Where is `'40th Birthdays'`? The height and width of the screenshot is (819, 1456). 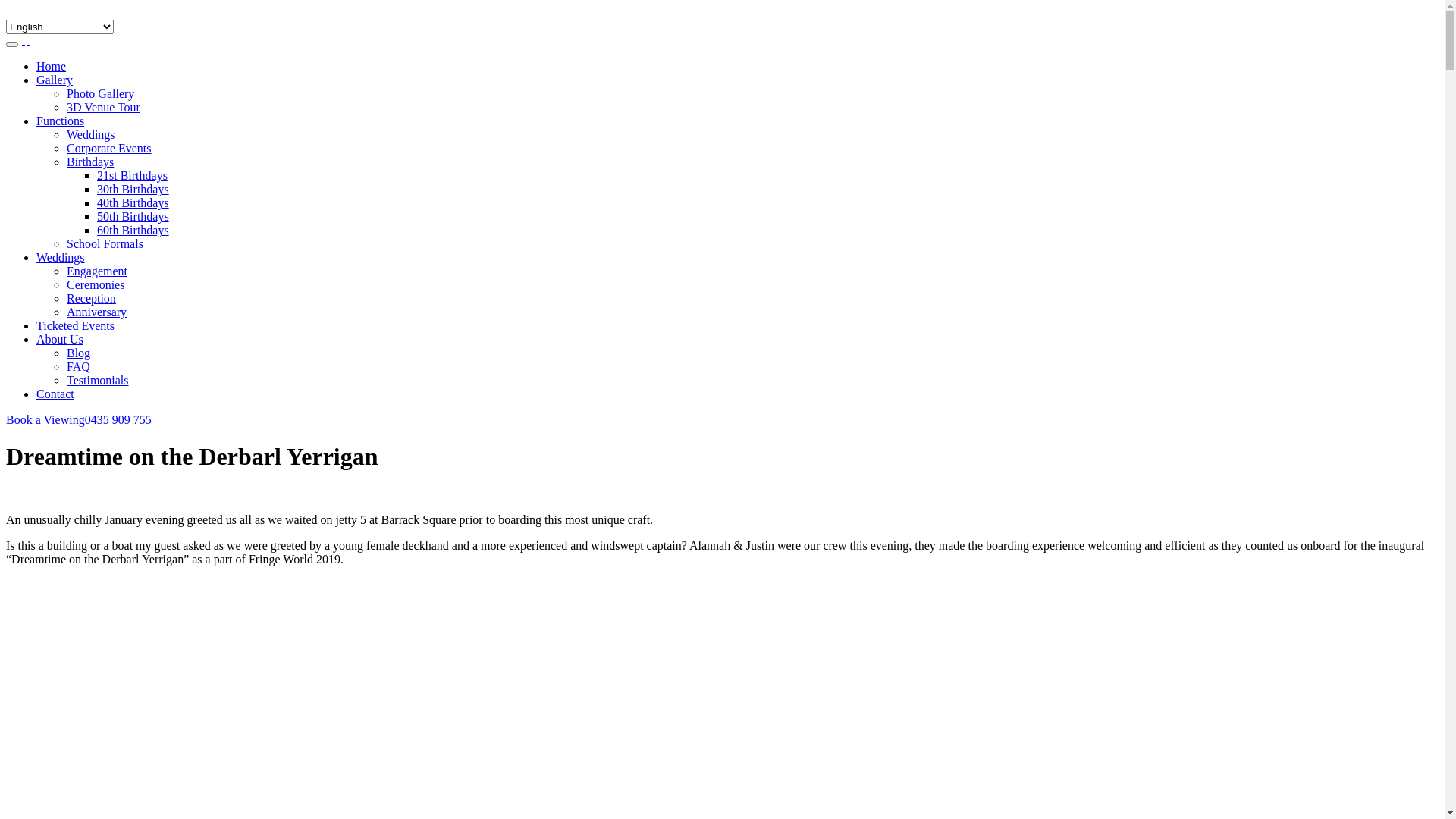 '40th Birthdays' is located at coordinates (133, 202).